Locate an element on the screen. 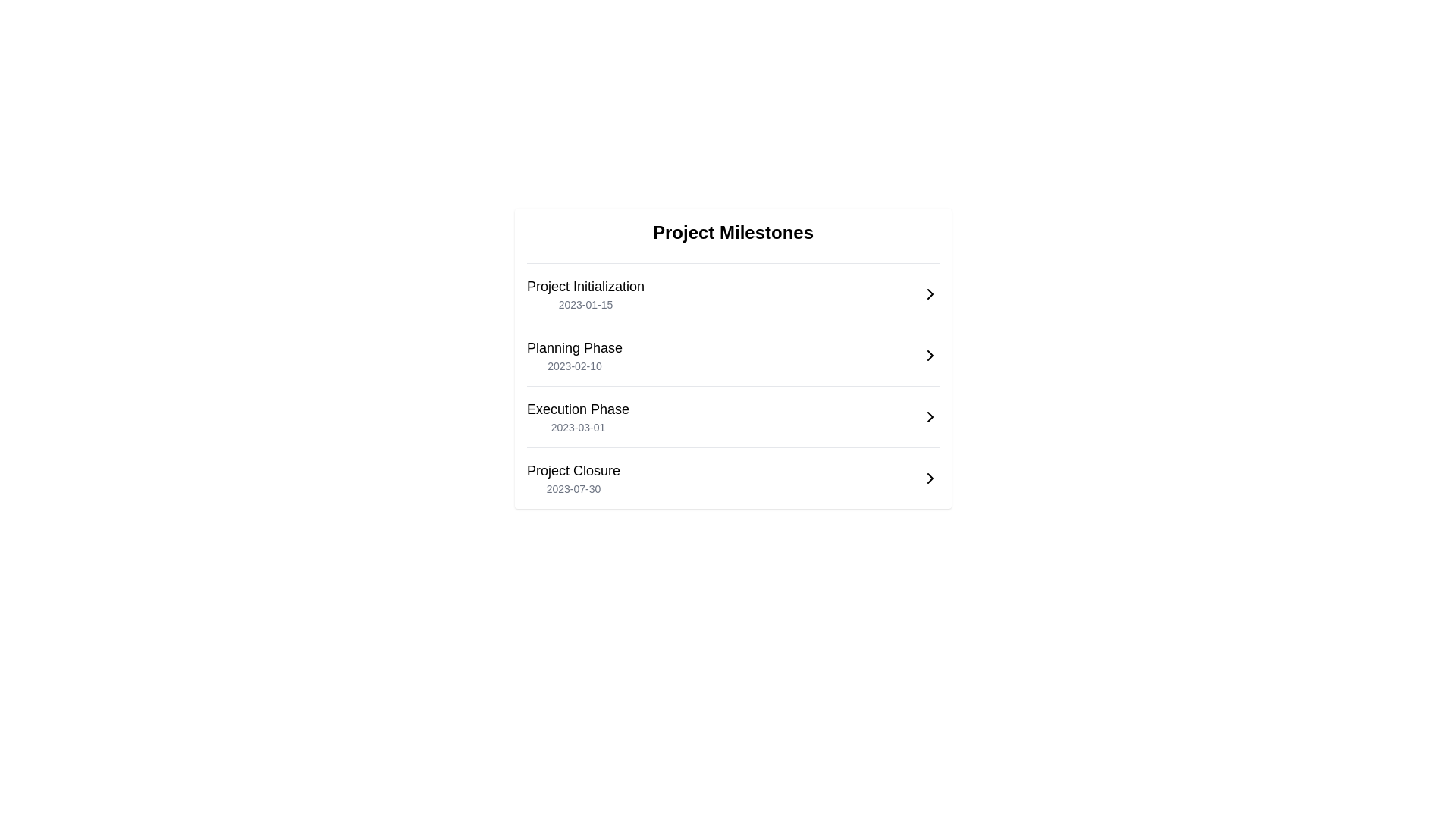 This screenshot has height=819, width=1456. value displayed in the text element that shows the date for the 'Planning Phase' milestone, which is located just below the 'Planning Phase' text in the project milestones list is located at coordinates (574, 366).